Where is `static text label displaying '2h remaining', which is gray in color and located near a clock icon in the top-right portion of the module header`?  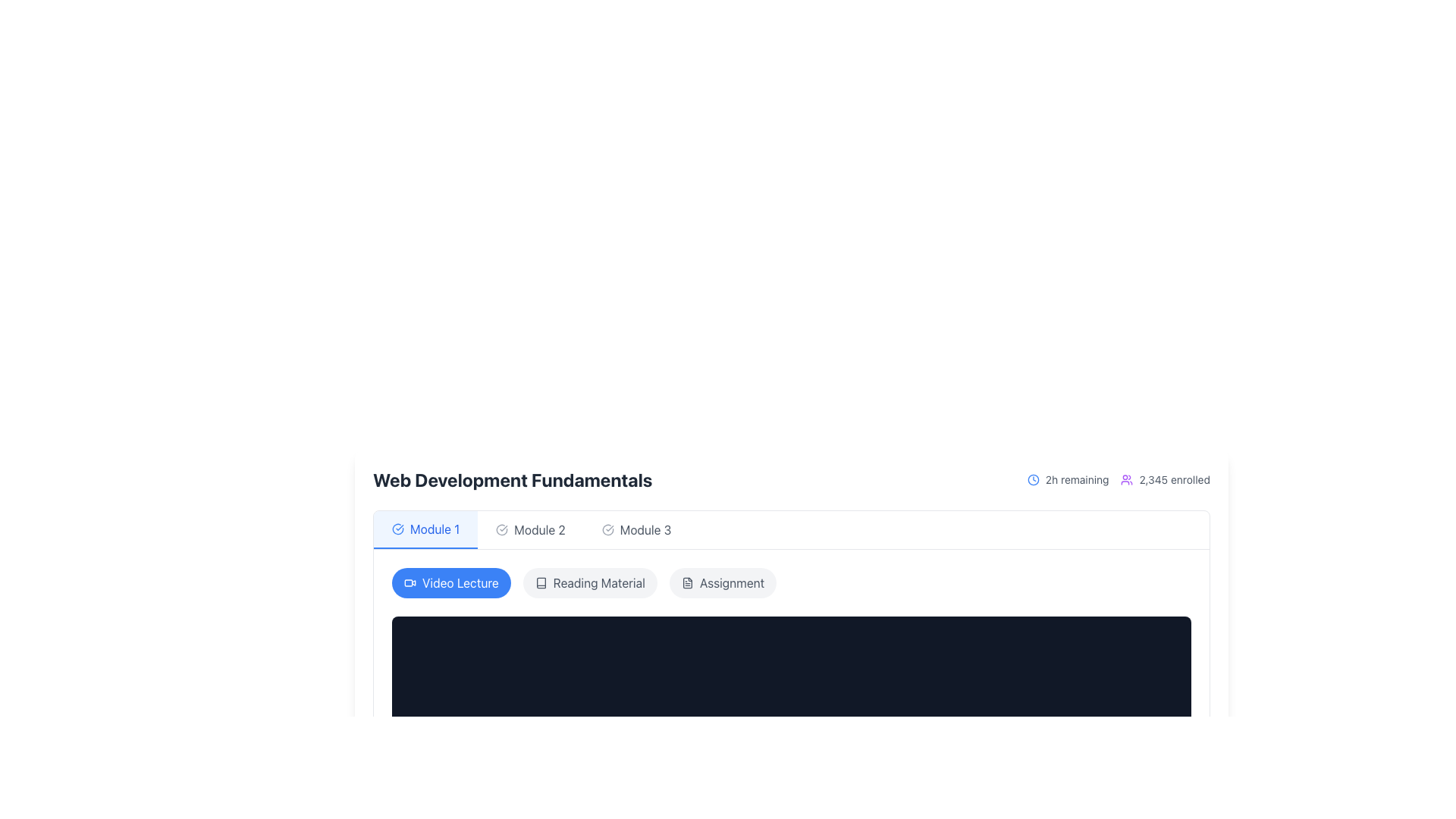
static text label displaying '2h remaining', which is gray in color and located near a clock icon in the top-right portion of the module header is located at coordinates (1076, 479).